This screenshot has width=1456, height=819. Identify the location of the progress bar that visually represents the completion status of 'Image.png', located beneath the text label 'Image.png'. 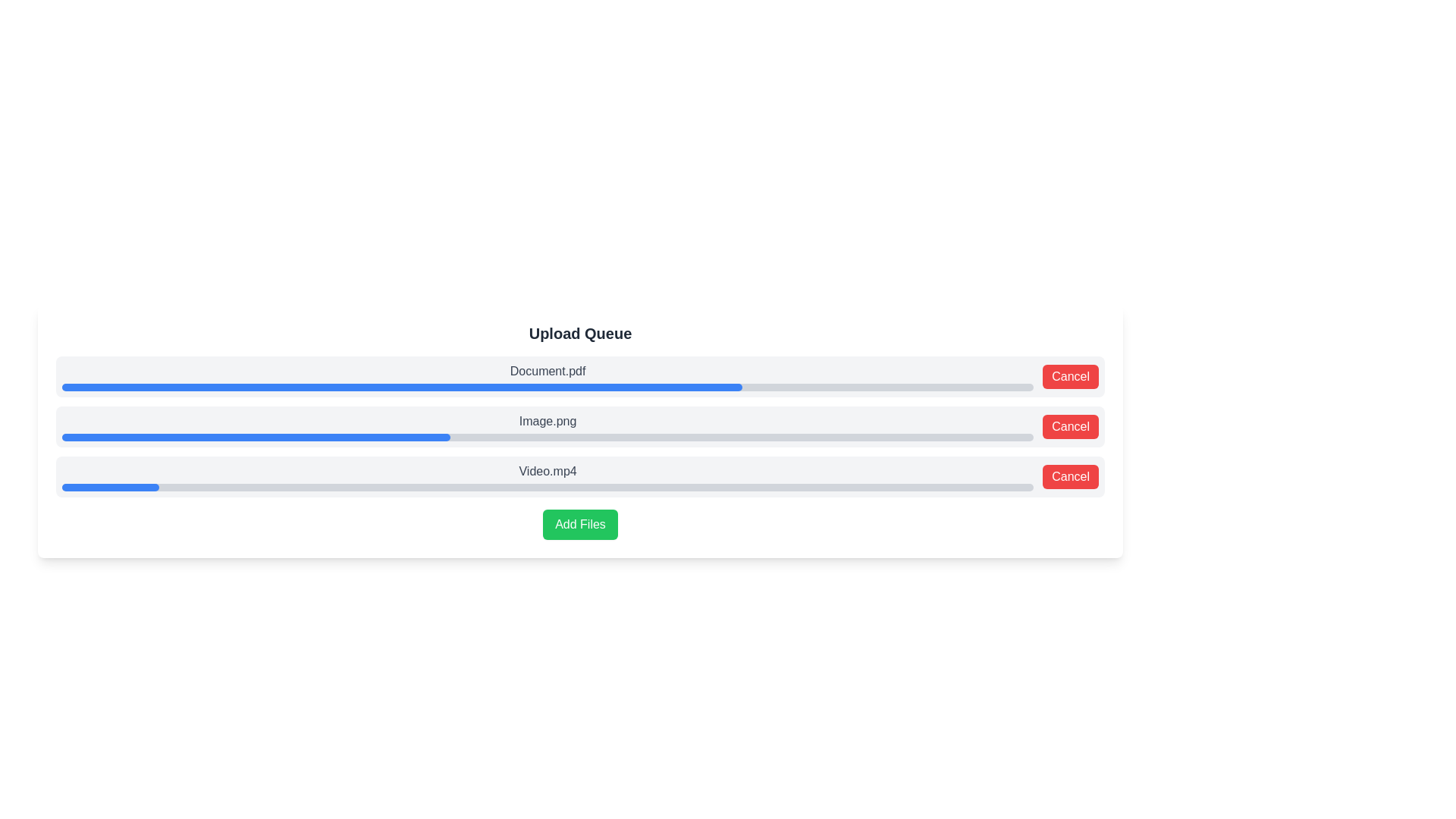
(547, 438).